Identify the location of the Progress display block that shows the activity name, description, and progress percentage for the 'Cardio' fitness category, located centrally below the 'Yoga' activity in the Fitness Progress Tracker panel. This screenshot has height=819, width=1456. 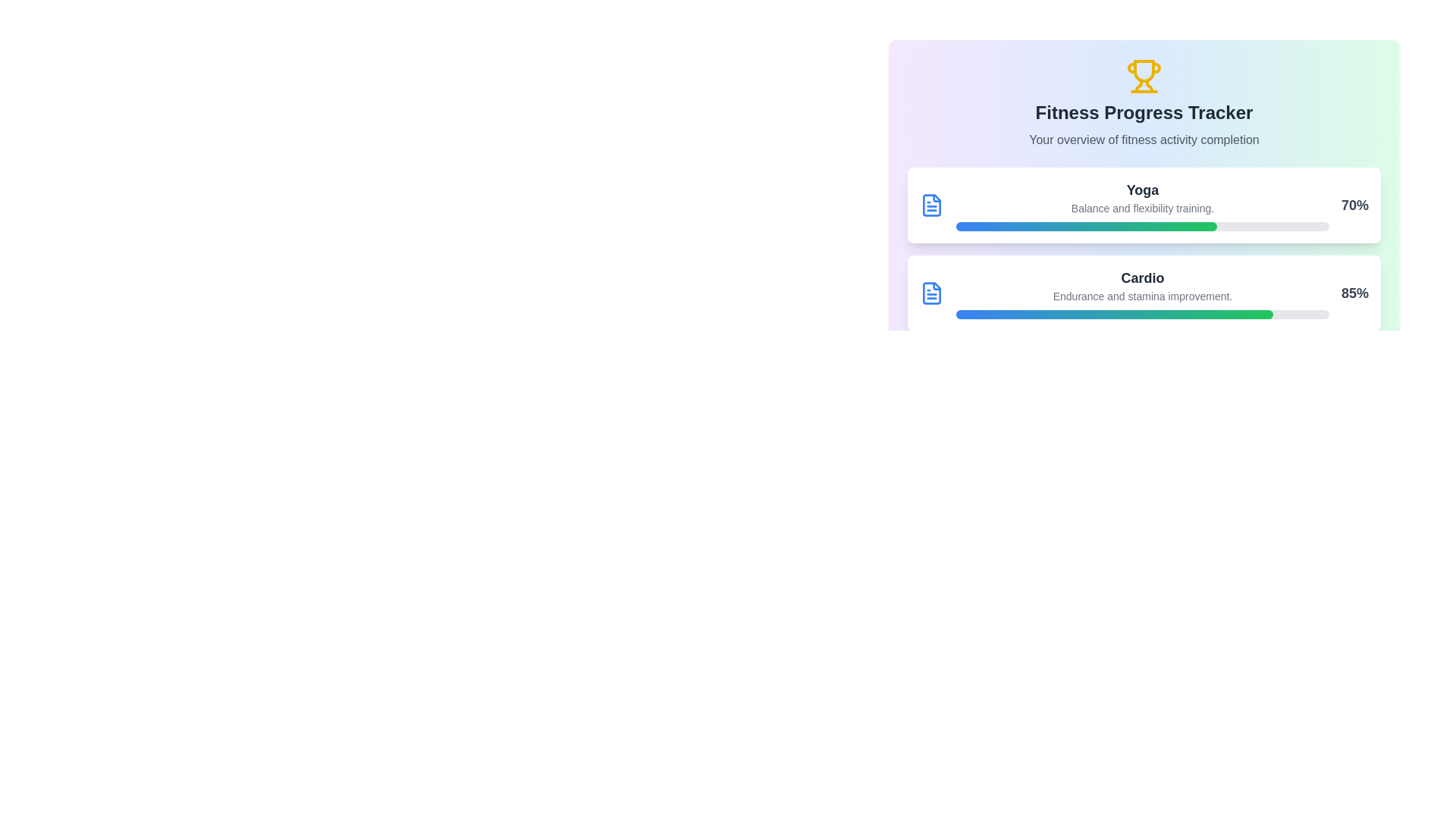
(1144, 293).